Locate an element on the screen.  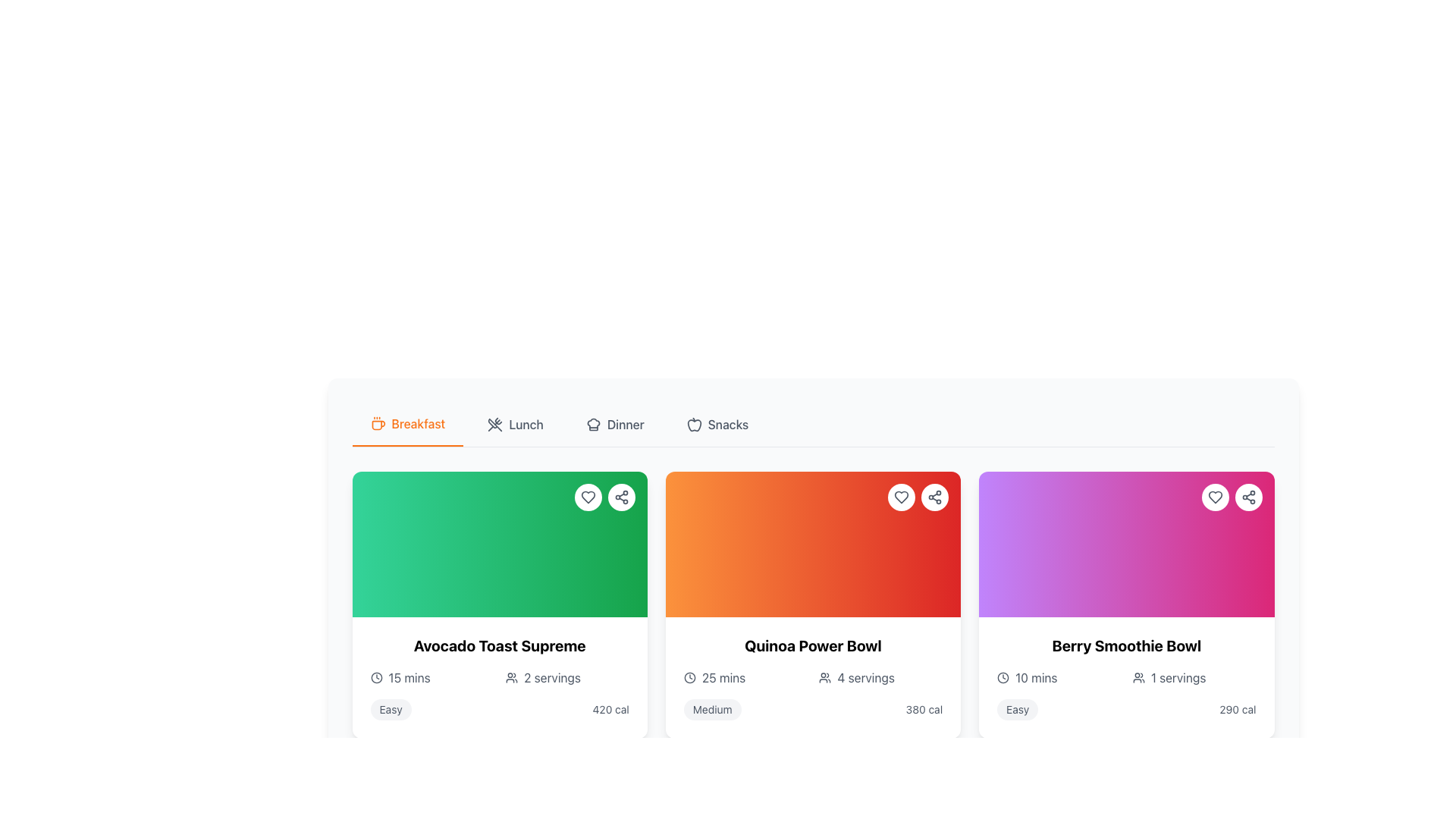
the bold, large-size text label displaying 'Quinoa Power Bowl' is located at coordinates (812, 646).